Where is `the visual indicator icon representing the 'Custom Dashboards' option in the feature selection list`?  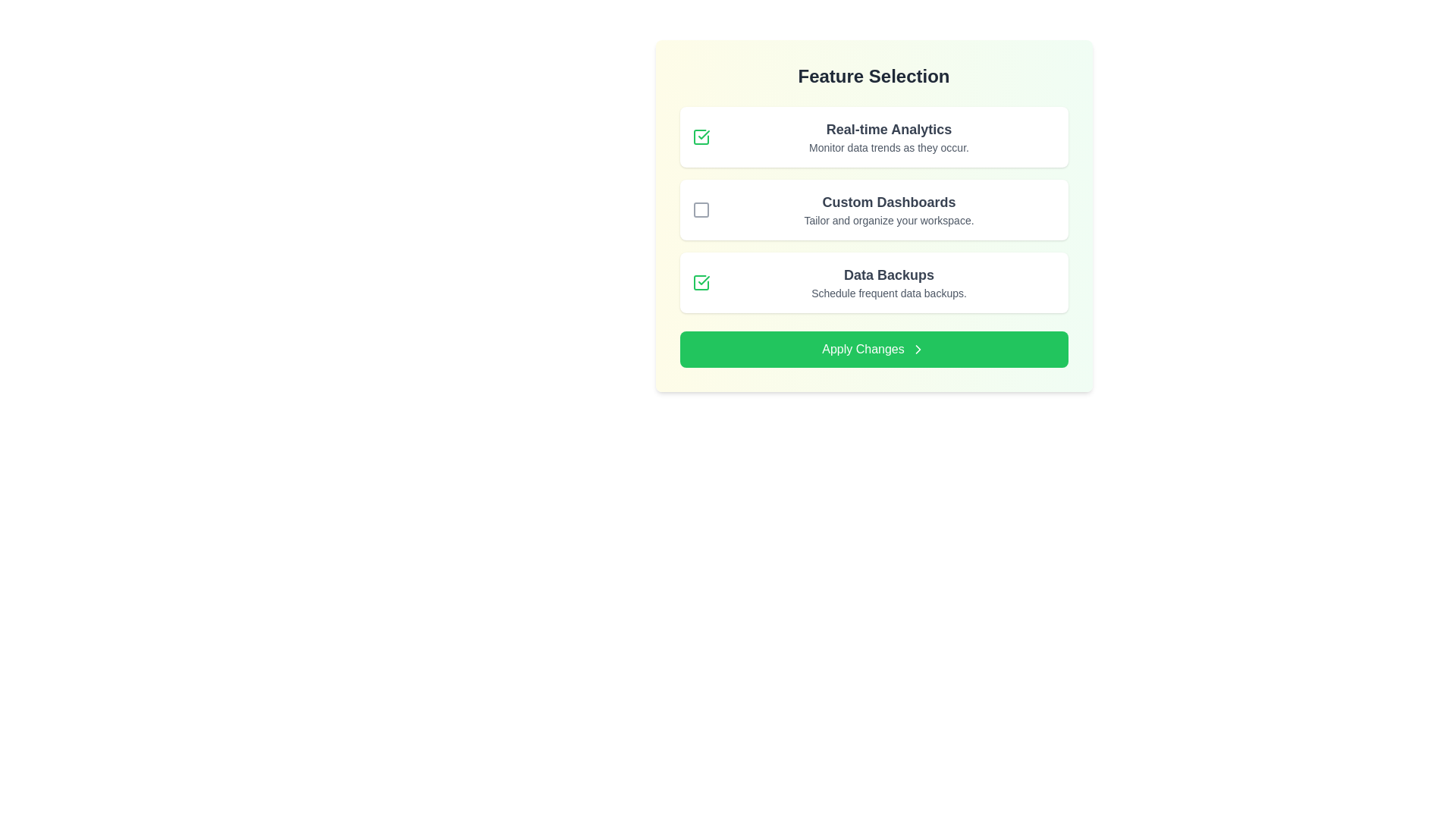 the visual indicator icon representing the 'Custom Dashboards' option in the feature selection list is located at coordinates (700, 210).